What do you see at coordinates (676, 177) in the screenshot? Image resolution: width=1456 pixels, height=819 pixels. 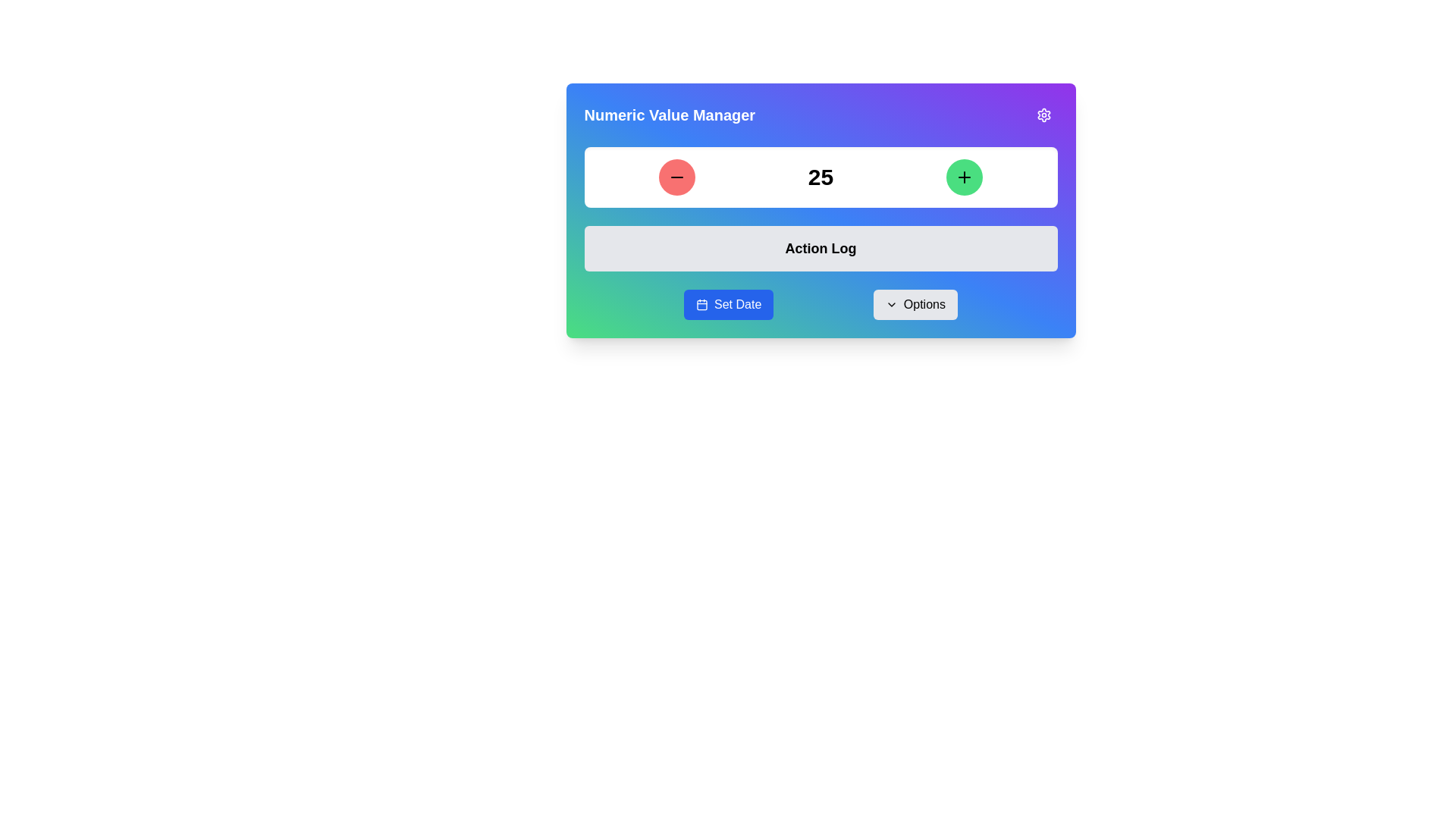 I see `the black horizontal line button with a red circular background, located to the left of the numeric value display ('25'), to decrement the numeric value` at bounding box center [676, 177].